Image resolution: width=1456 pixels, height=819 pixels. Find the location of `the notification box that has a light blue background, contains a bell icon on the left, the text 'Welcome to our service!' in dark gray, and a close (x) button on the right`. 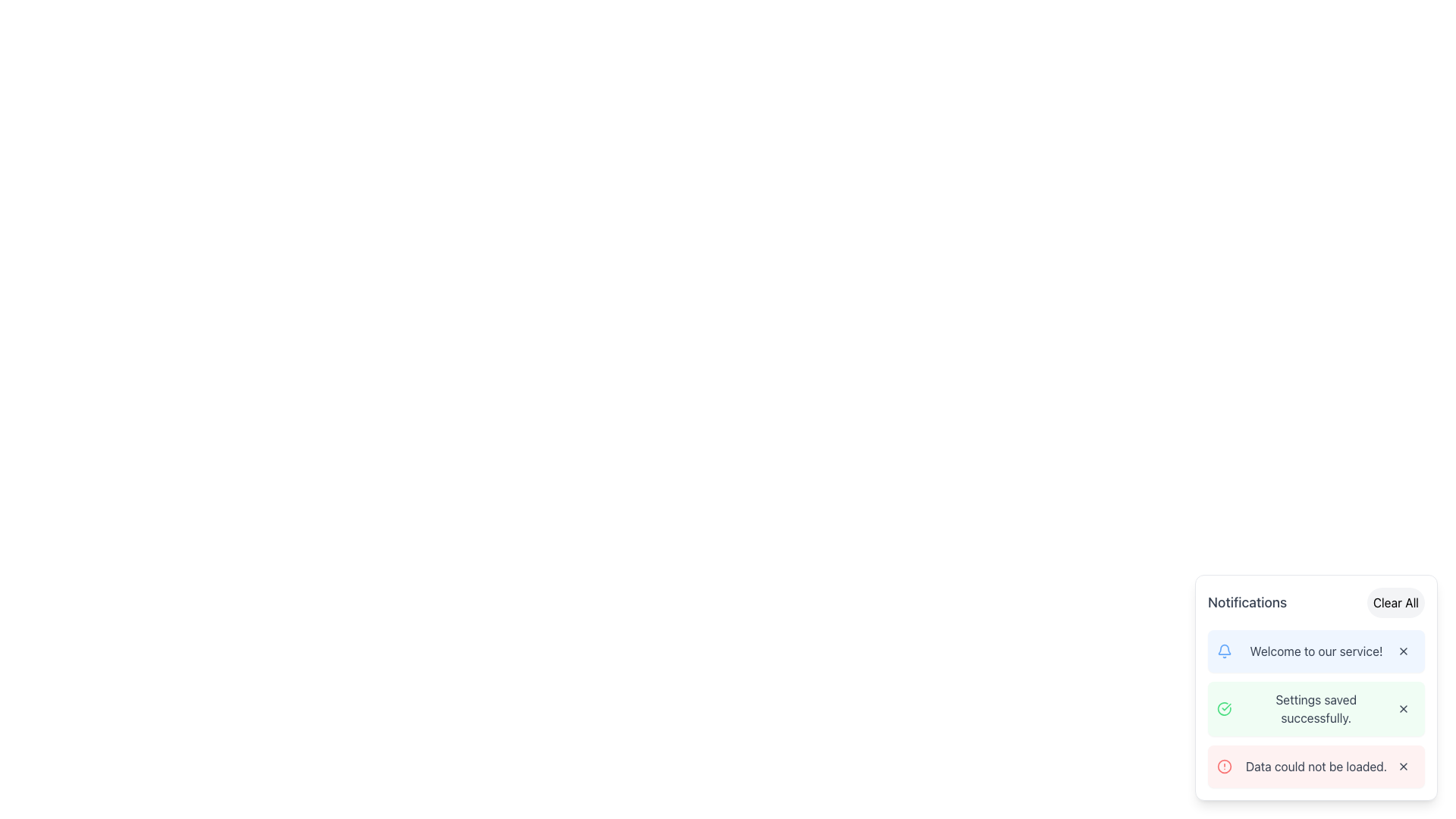

the notification box that has a light blue background, contains a bell icon on the left, the text 'Welcome to our service!' in dark gray, and a close (x) button on the right is located at coordinates (1316, 651).